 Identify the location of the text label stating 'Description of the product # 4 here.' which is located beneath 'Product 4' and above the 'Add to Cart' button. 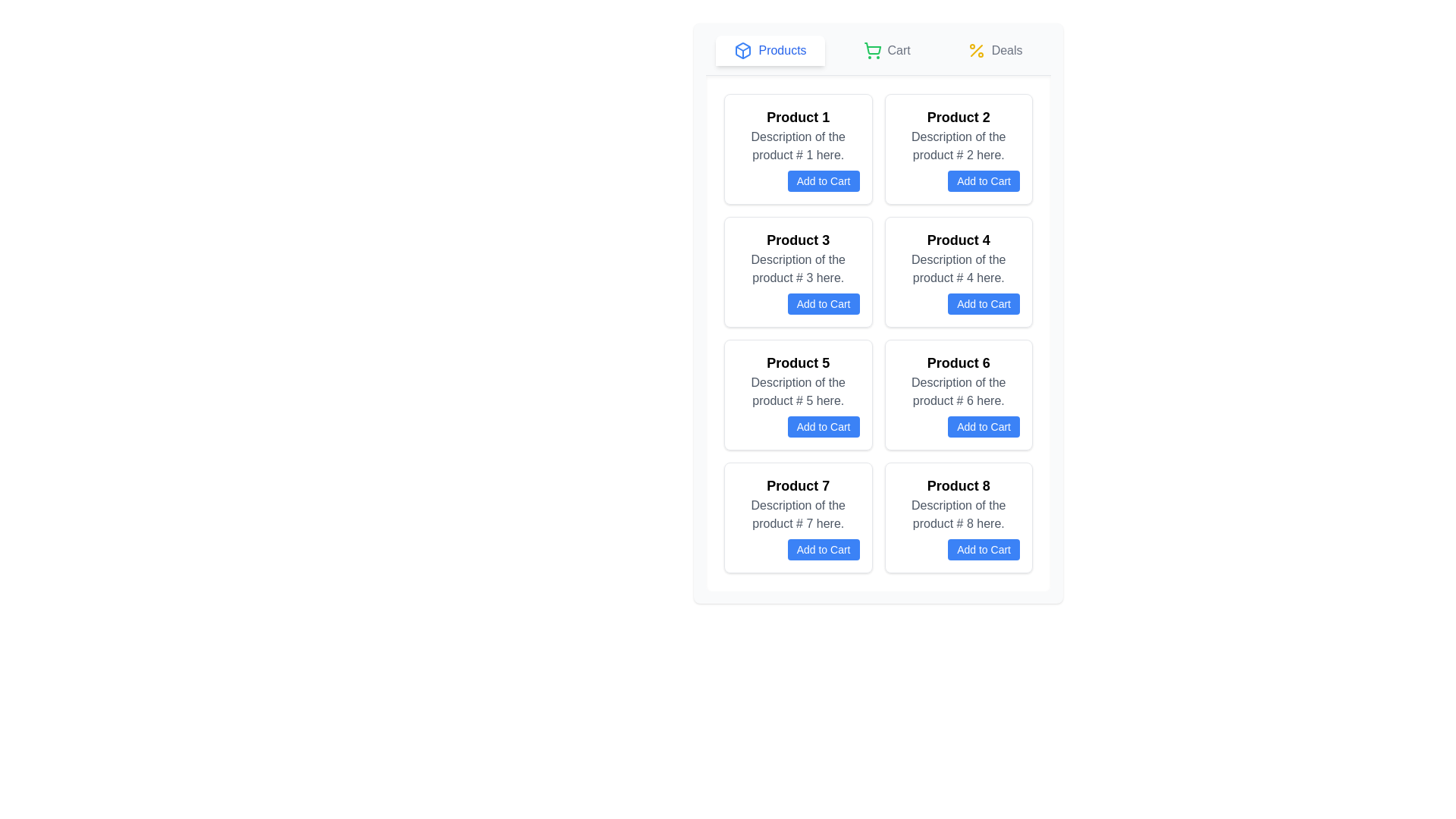
(958, 268).